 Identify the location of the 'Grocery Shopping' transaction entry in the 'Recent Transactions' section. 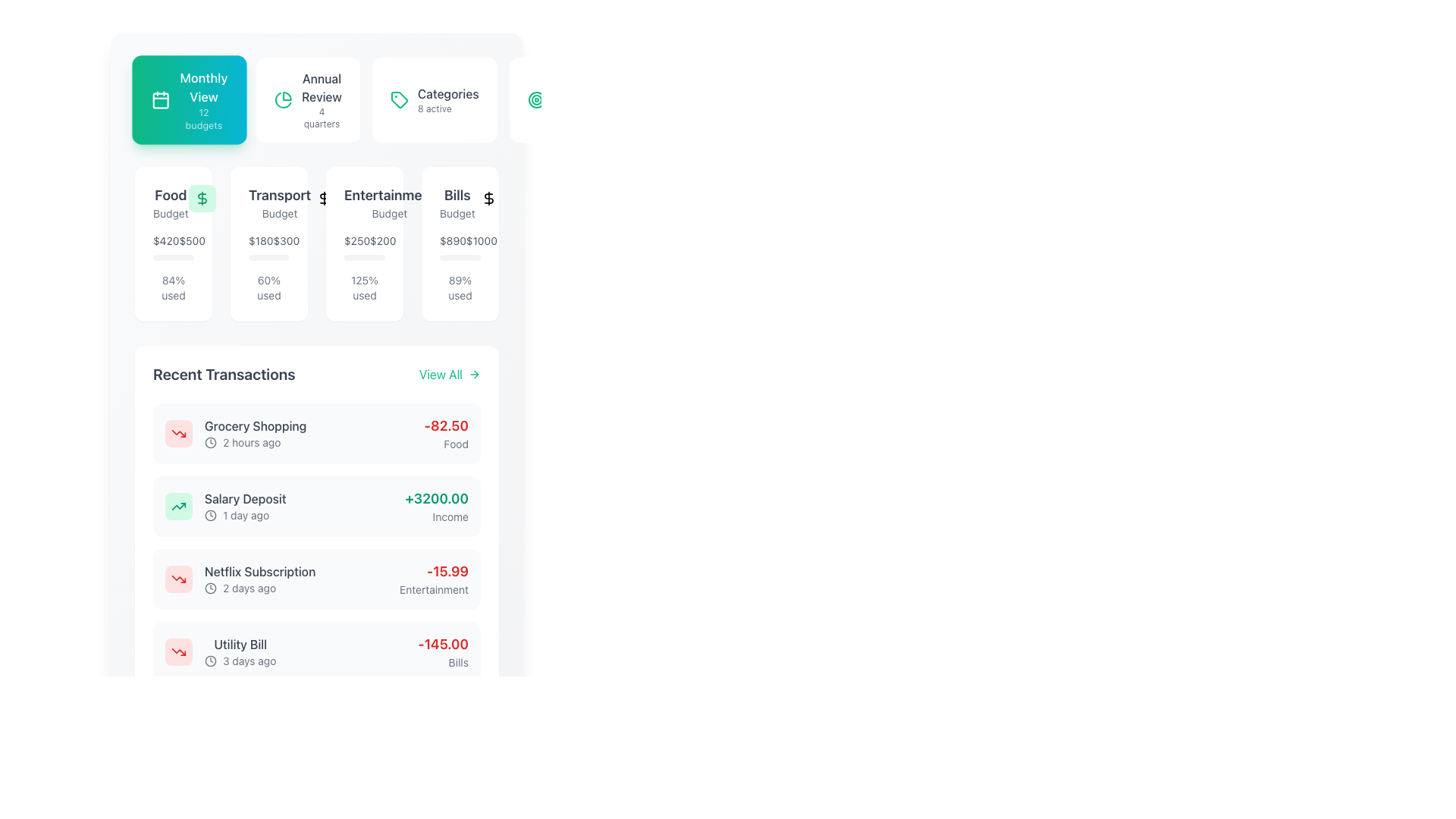
(235, 433).